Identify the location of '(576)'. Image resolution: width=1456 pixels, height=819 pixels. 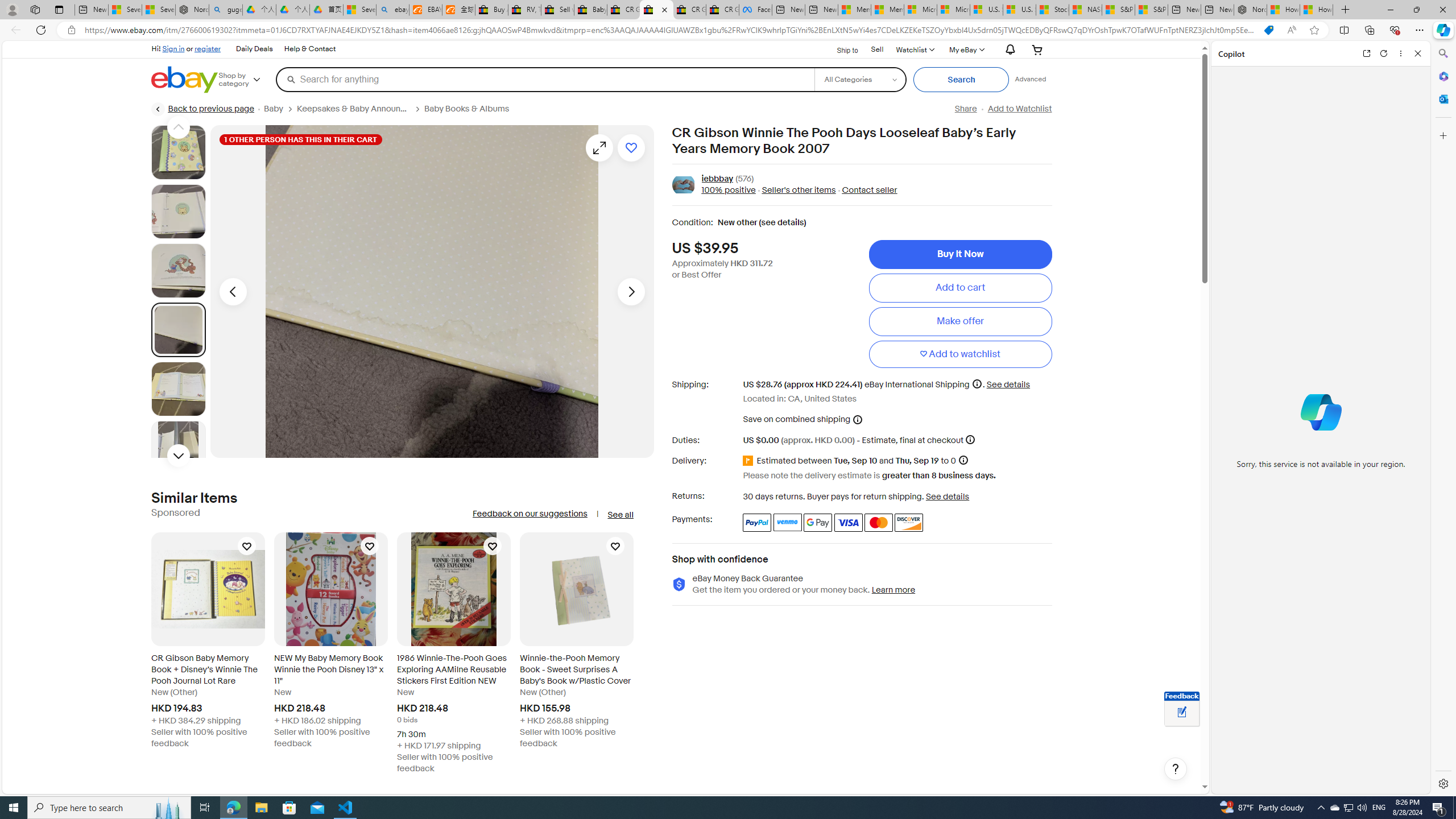
(744, 179).